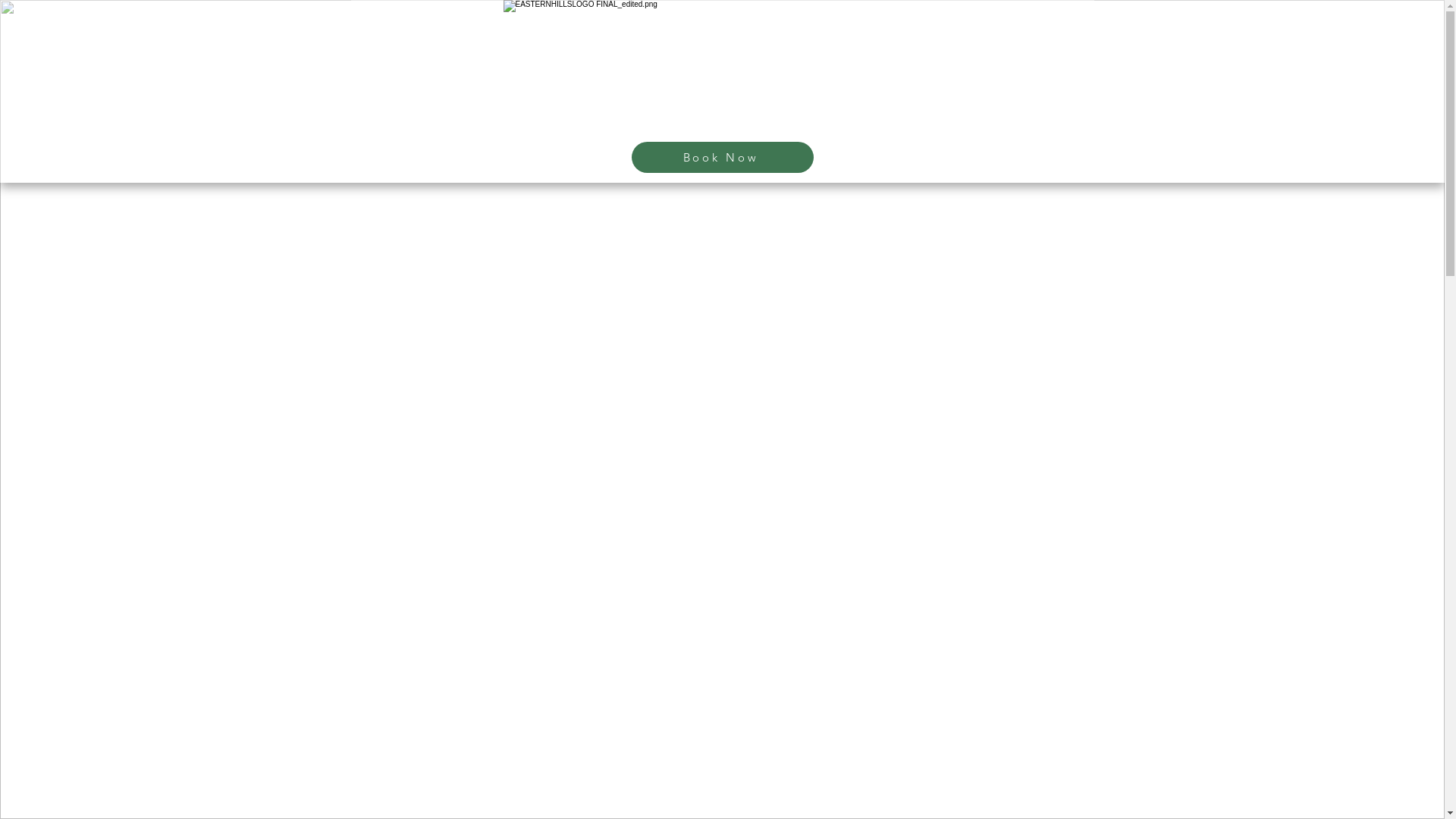 The height and width of the screenshot is (819, 1456). What do you see at coordinates (720, 157) in the screenshot?
I see `'Book Now'` at bounding box center [720, 157].